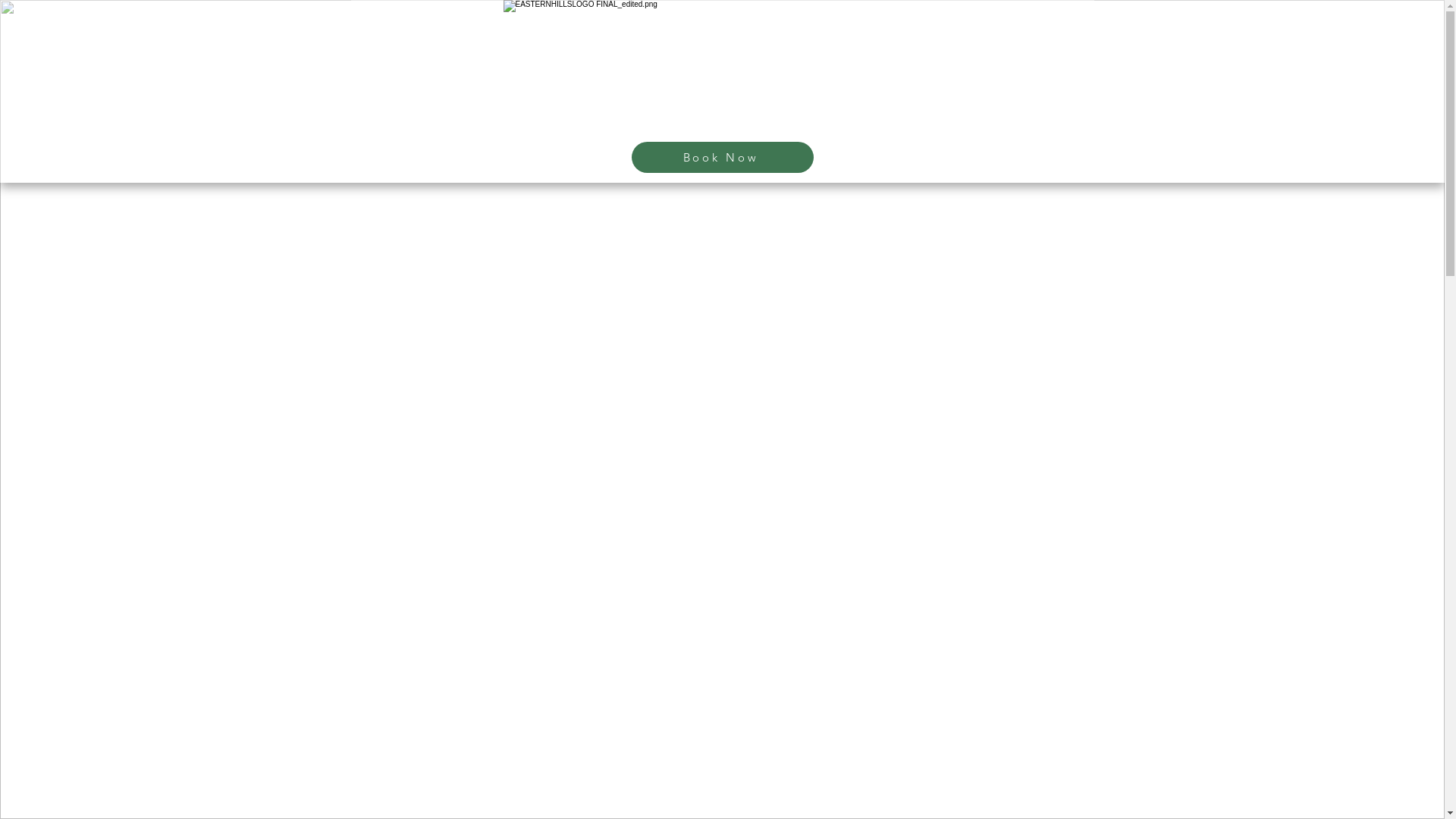 The height and width of the screenshot is (819, 1456). What do you see at coordinates (720, 157) in the screenshot?
I see `'Book Now'` at bounding box center [720, 157].